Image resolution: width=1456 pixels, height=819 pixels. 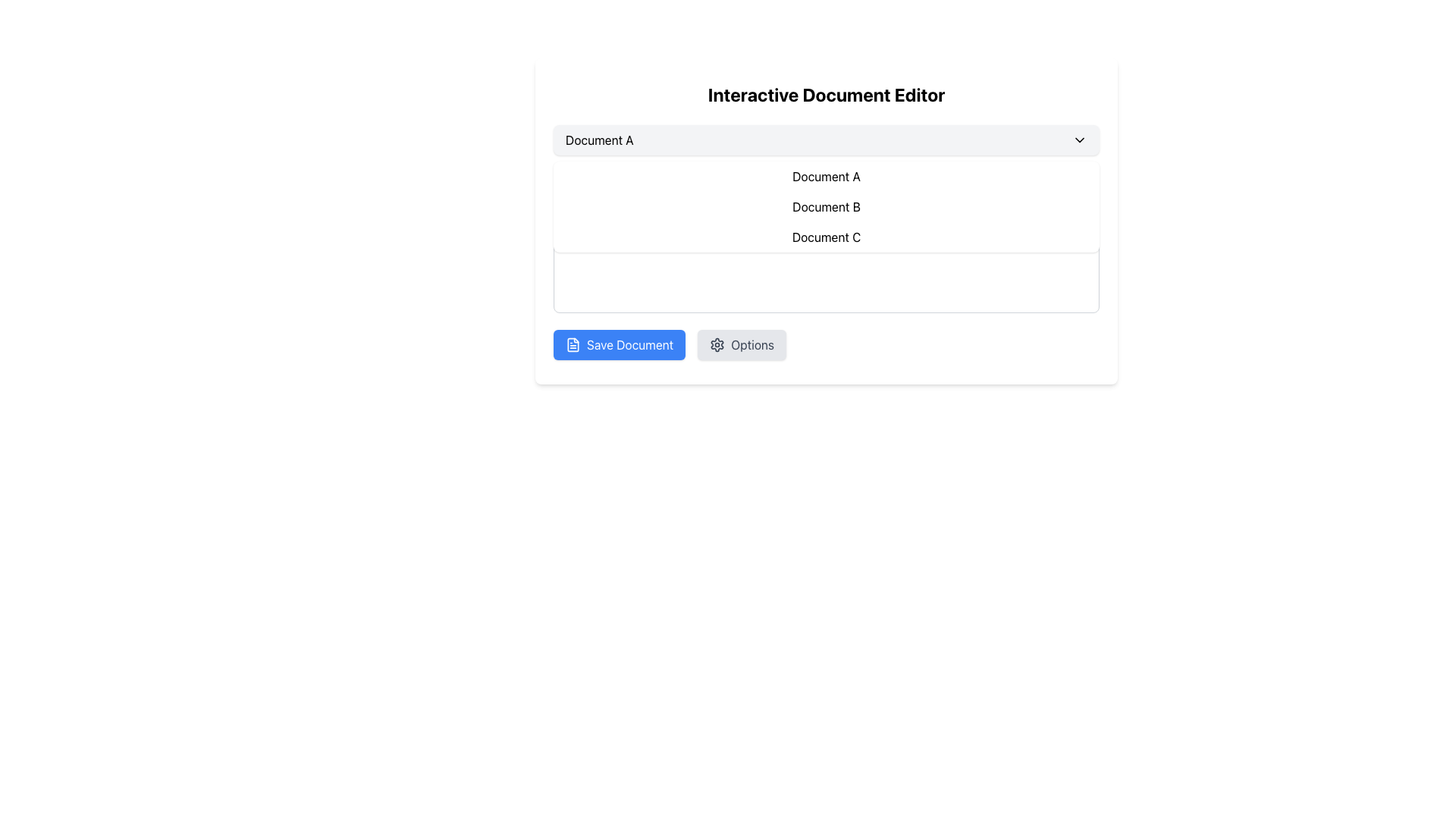 I want to click on the second item in the dropdown menu, so click(x=825, y=221).